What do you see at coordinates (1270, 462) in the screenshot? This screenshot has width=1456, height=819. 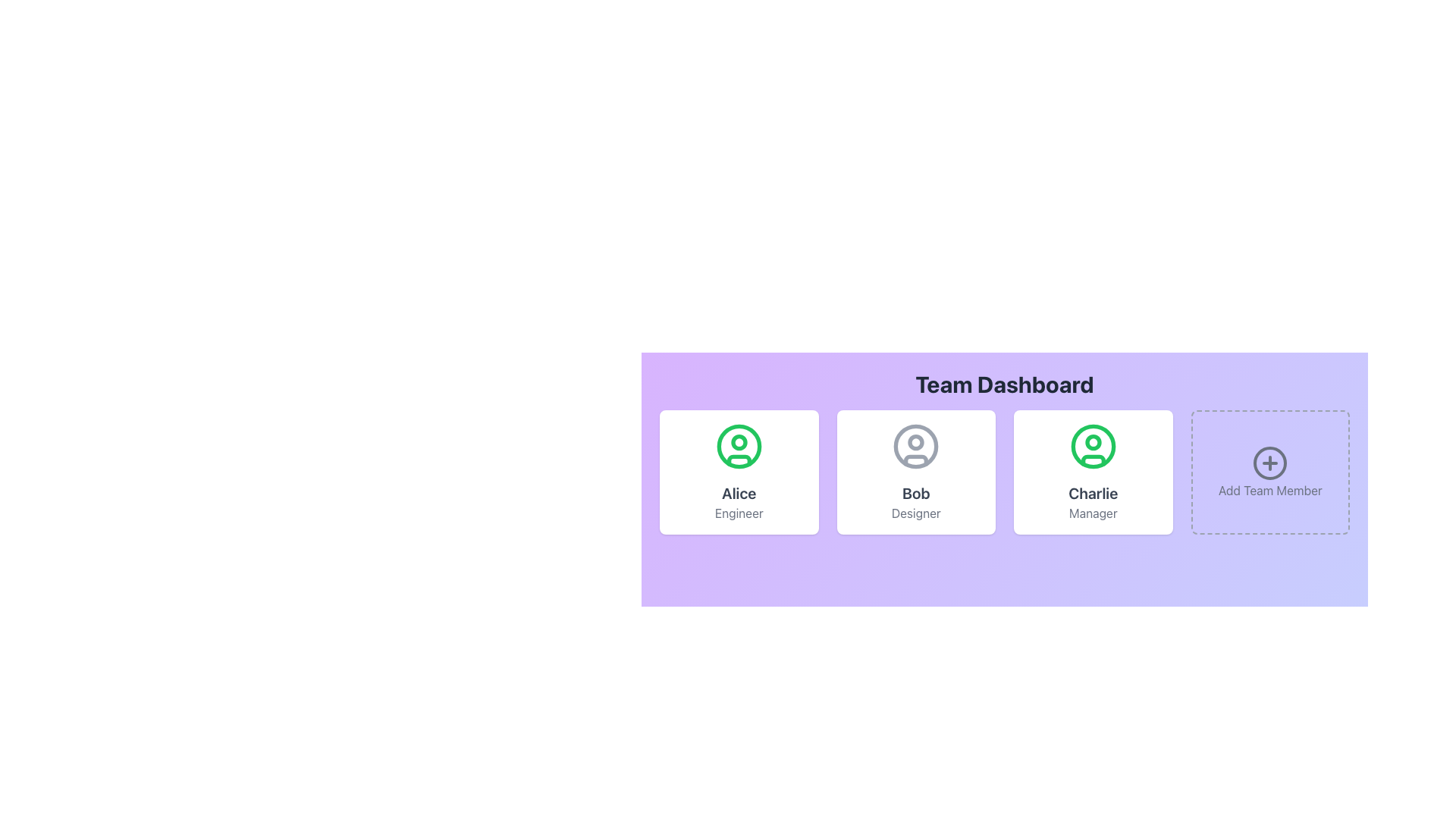 I see `the circular part of the 'Add Team Member' icon, which is located at the center of the icon within the fourth option in the row of team cards on the dashboard, to the right of the 'Charlie - Manager' card` at bounding box center [1270, 462].